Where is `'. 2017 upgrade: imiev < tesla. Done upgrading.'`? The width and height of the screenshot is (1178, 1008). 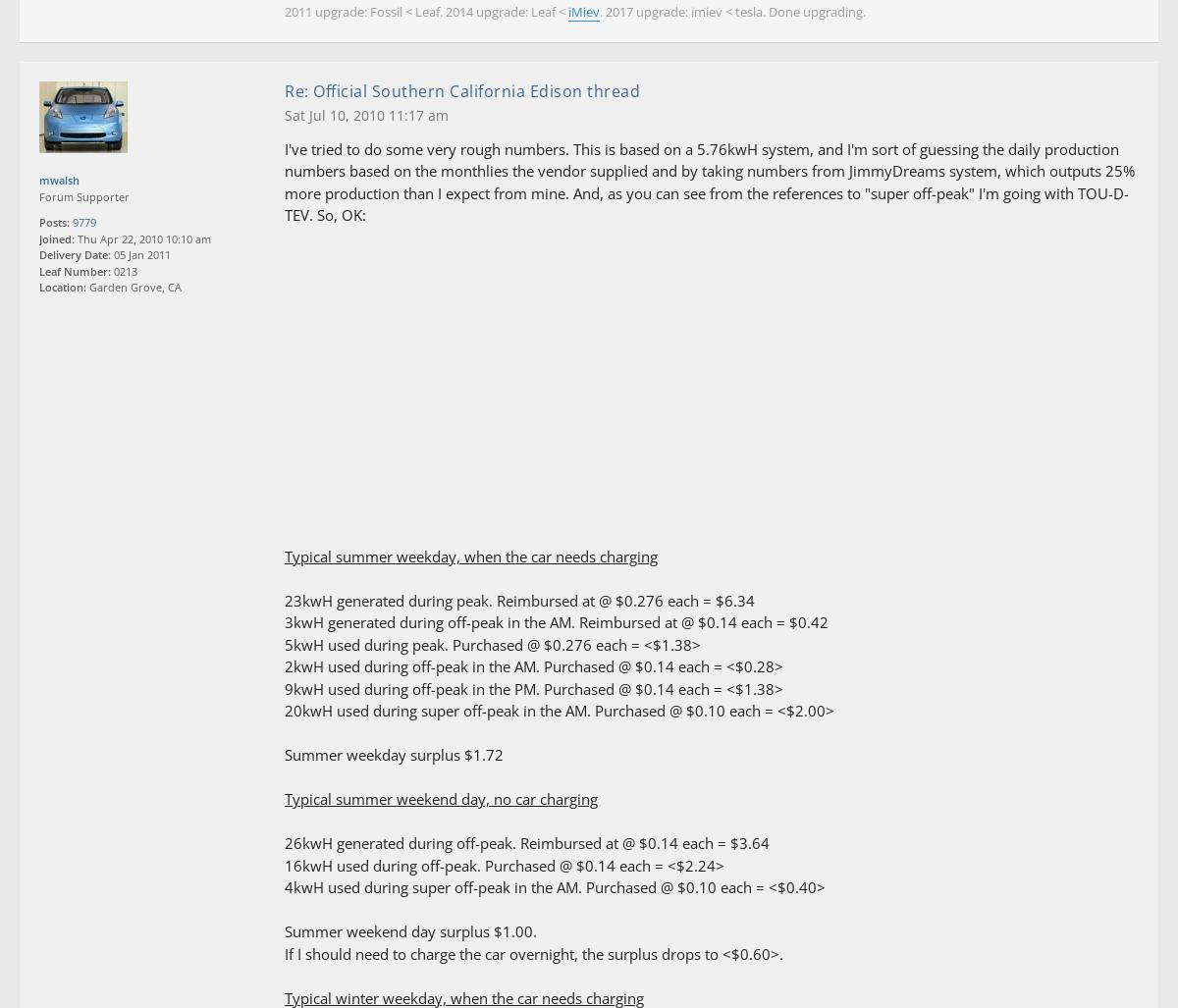
'. 2017 upgrade: imiev < tesla. Done upgrading.' is located at coordinates (732, 12).